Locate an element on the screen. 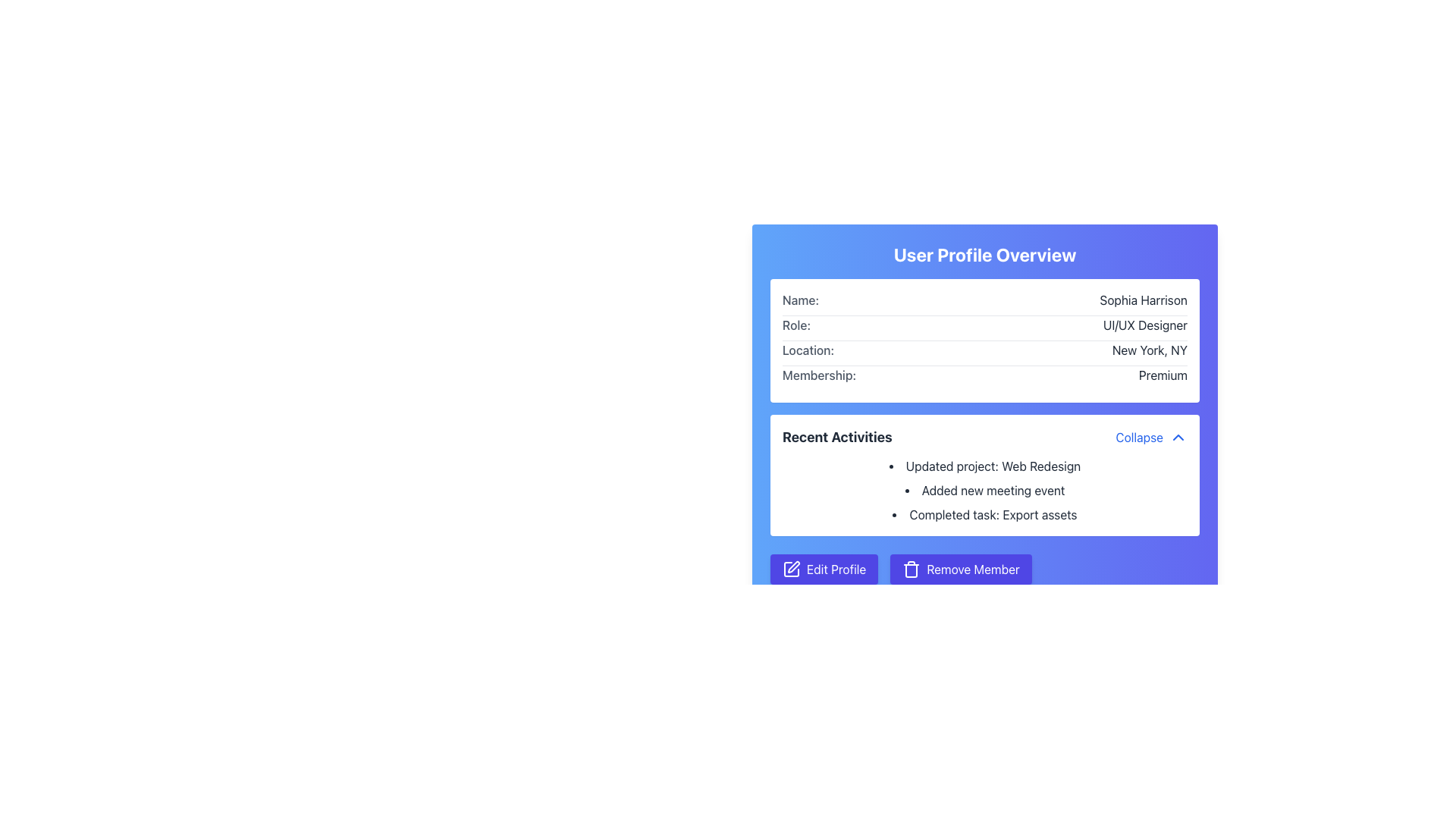 The image size is (1456, 819). the up-chevron icon located next to the 'Collapse' text in the 'Recent Activities' section is located at coordinates (1178, 438).